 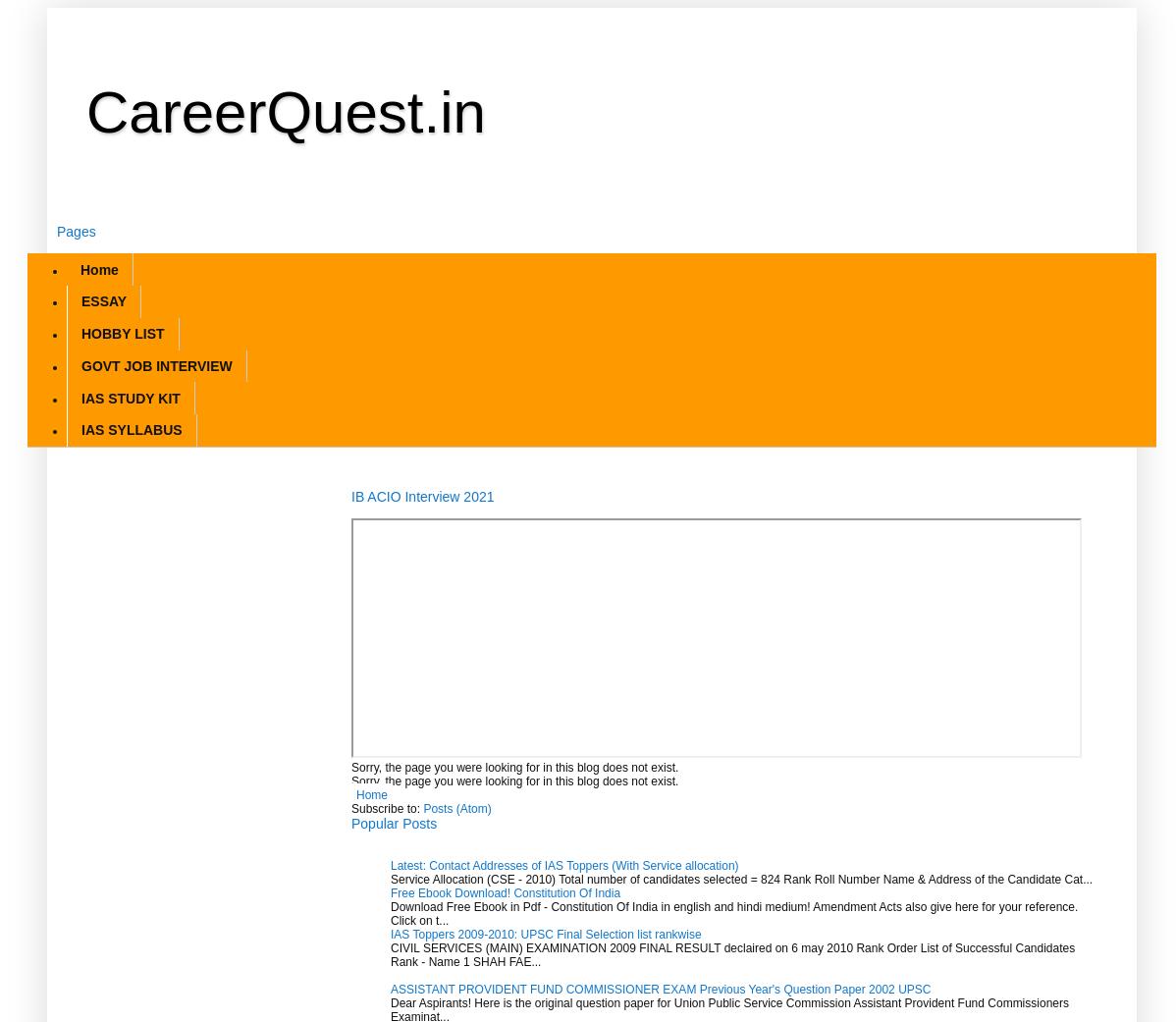 I want to click on 'IAS Toppers 2009-2010: UPSC Final Selection list rankwise', so click(x=544, y=933).